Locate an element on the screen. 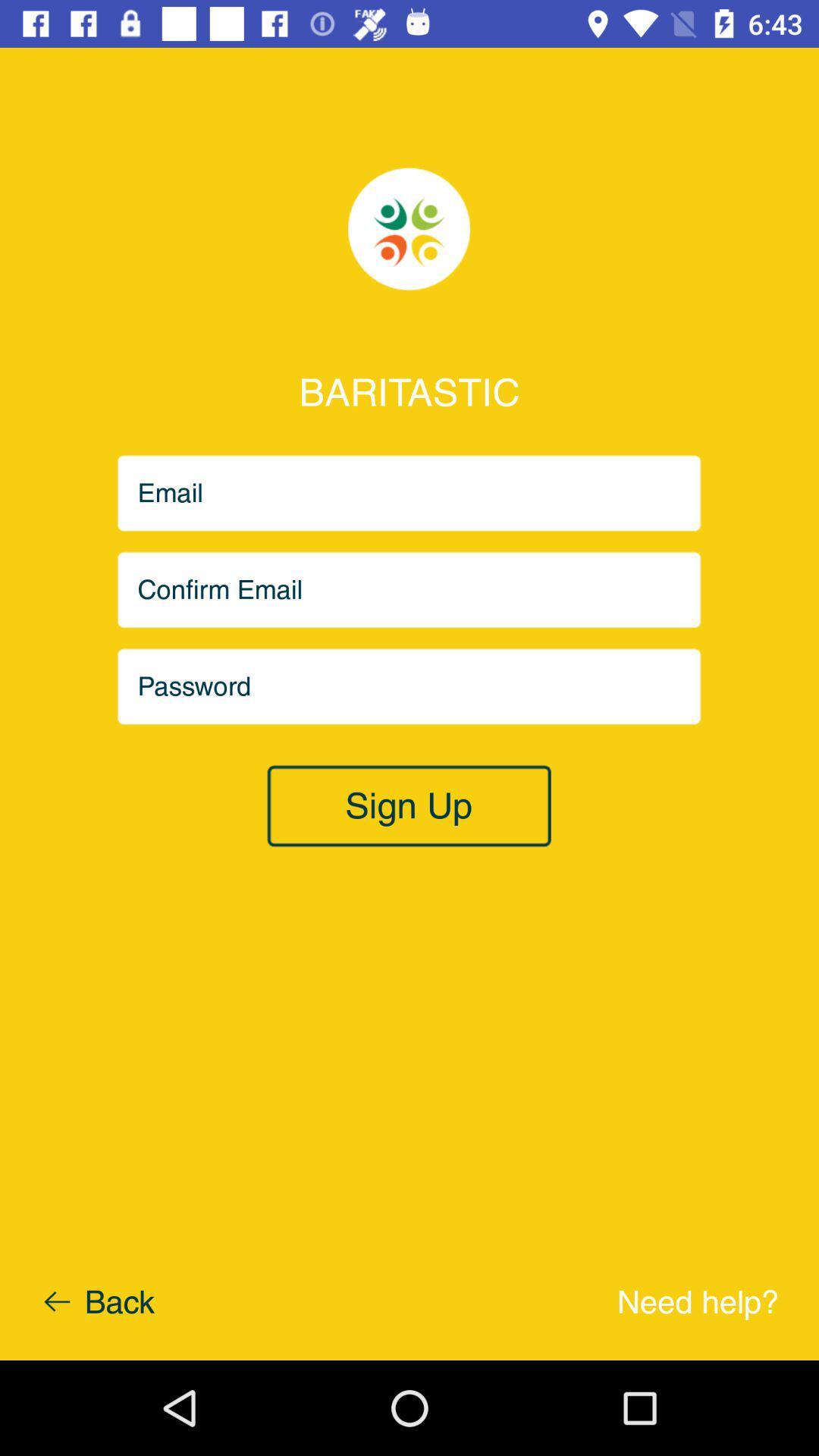  password input box is located at coordinates (409, 686).